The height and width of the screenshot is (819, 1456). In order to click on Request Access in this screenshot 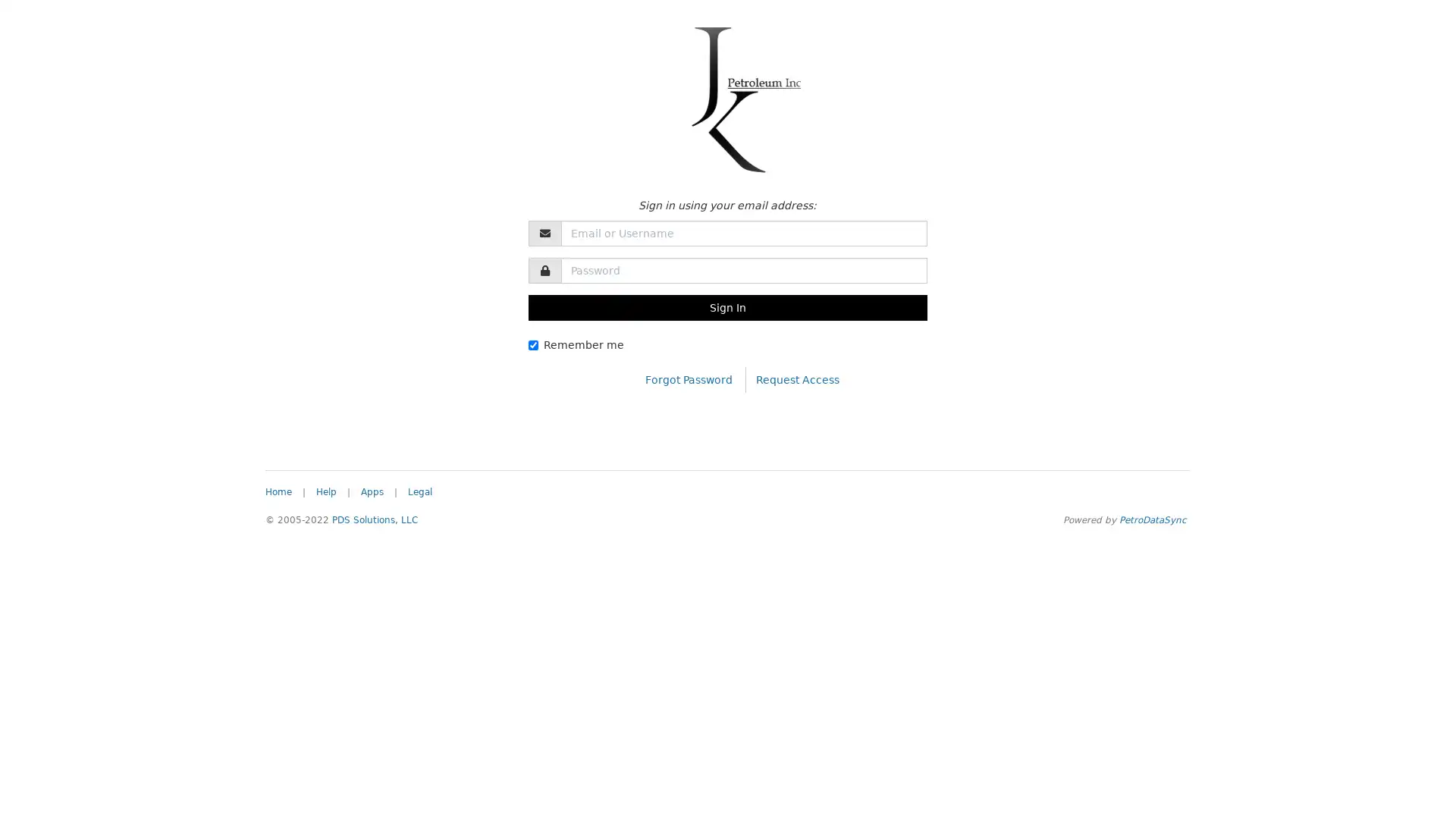, I will do `click(796, 378)`.